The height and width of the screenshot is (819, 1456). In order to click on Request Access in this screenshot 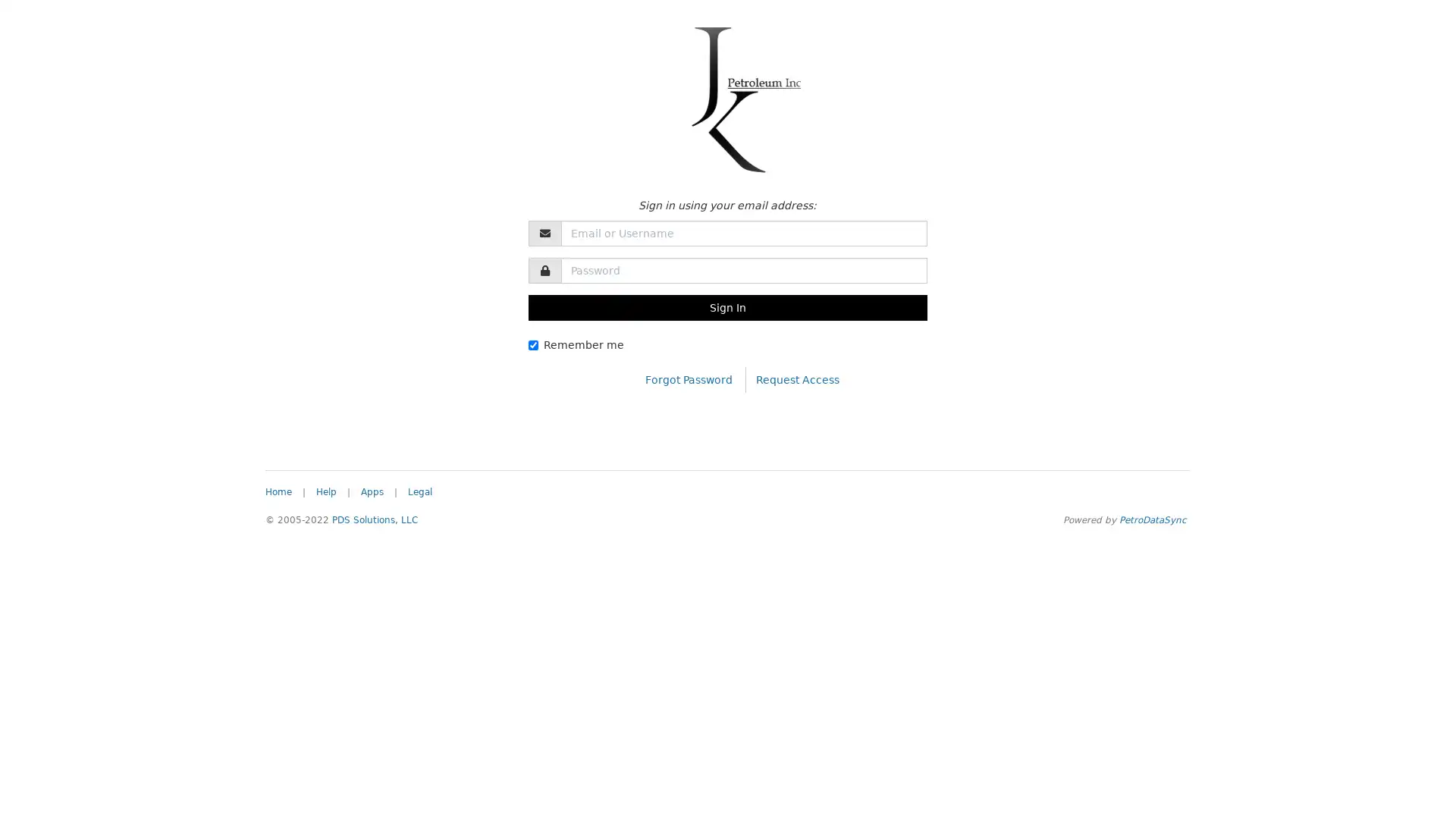, I will do `click(796, 378)`.